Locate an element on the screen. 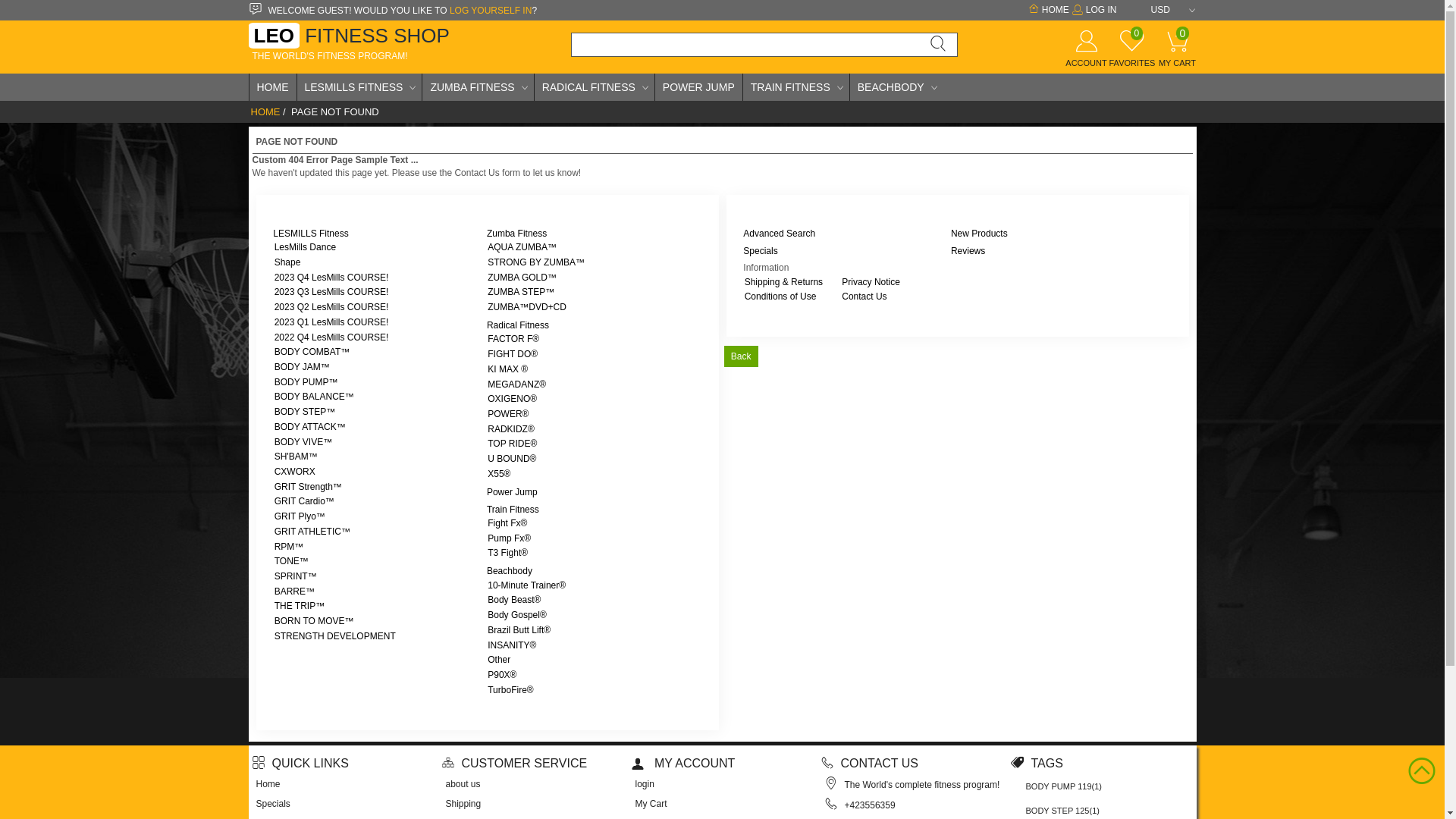  'BODY PUMP 119(1)' is located at coordinates (1062, 786).